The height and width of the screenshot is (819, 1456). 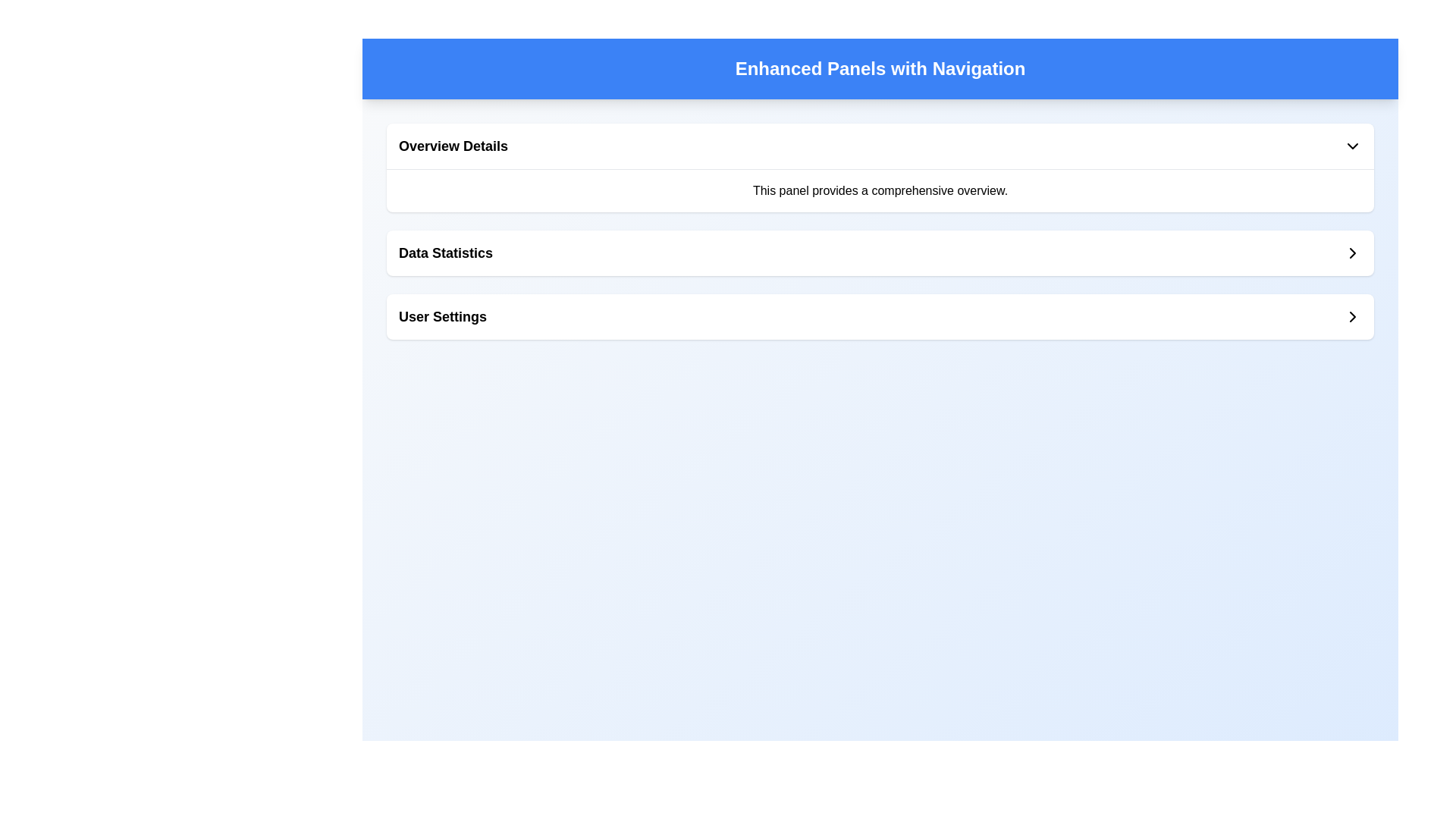 I want to click on the 'User Settings' text label, which is located on the third row of a vertically-aligned list of options, indicating user configuration or preferences, so click(x=442, y=315).